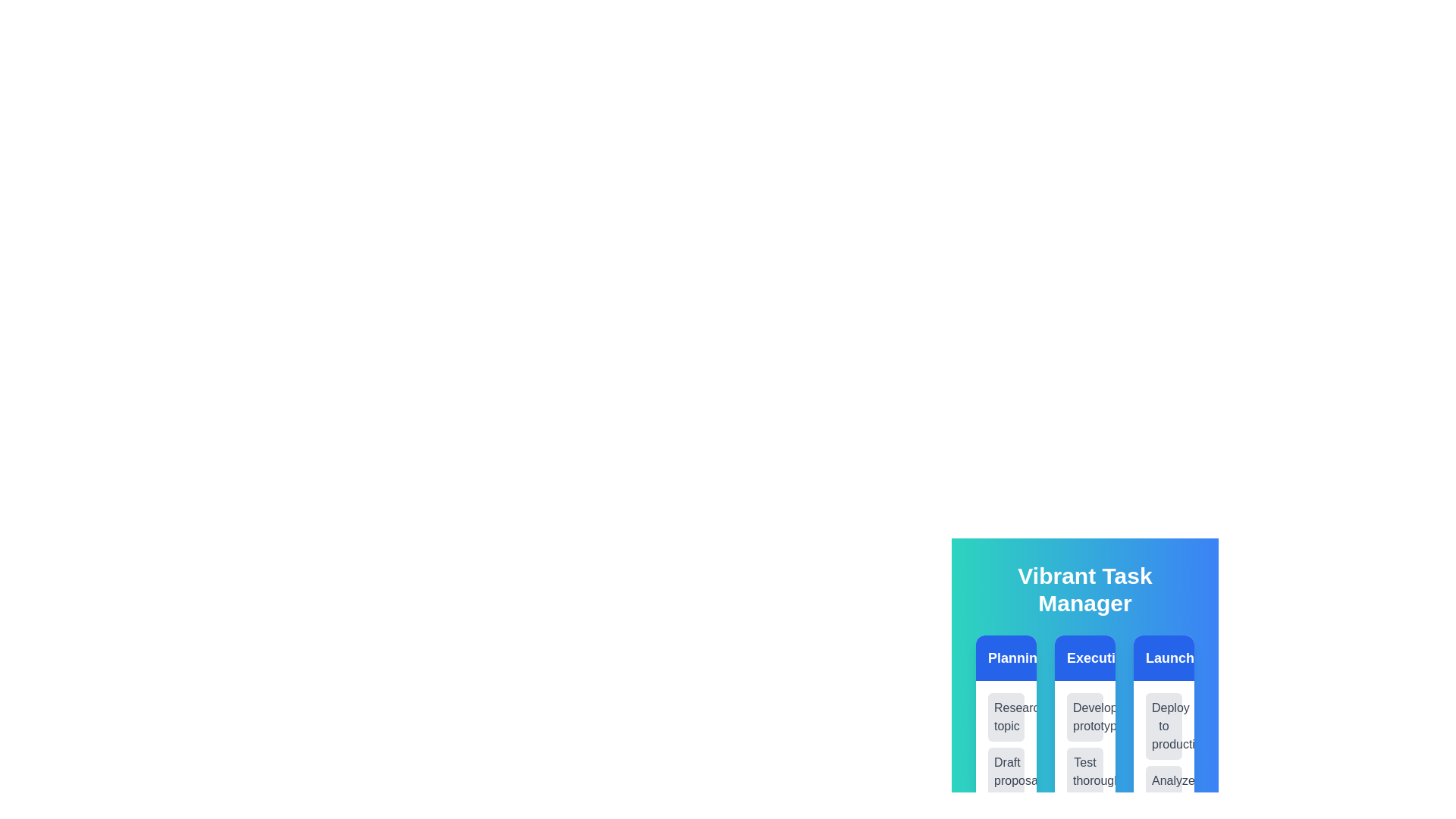 The width and height of the screenshot is (1456, 819). Describe the element at coordinates (1084, 657) in the screenshot. I see `the blue rectangular button labeled 'Execution' with white bold text, located in the 'Execution' section of the 'Vibrant Task Manager' layout` at that location.